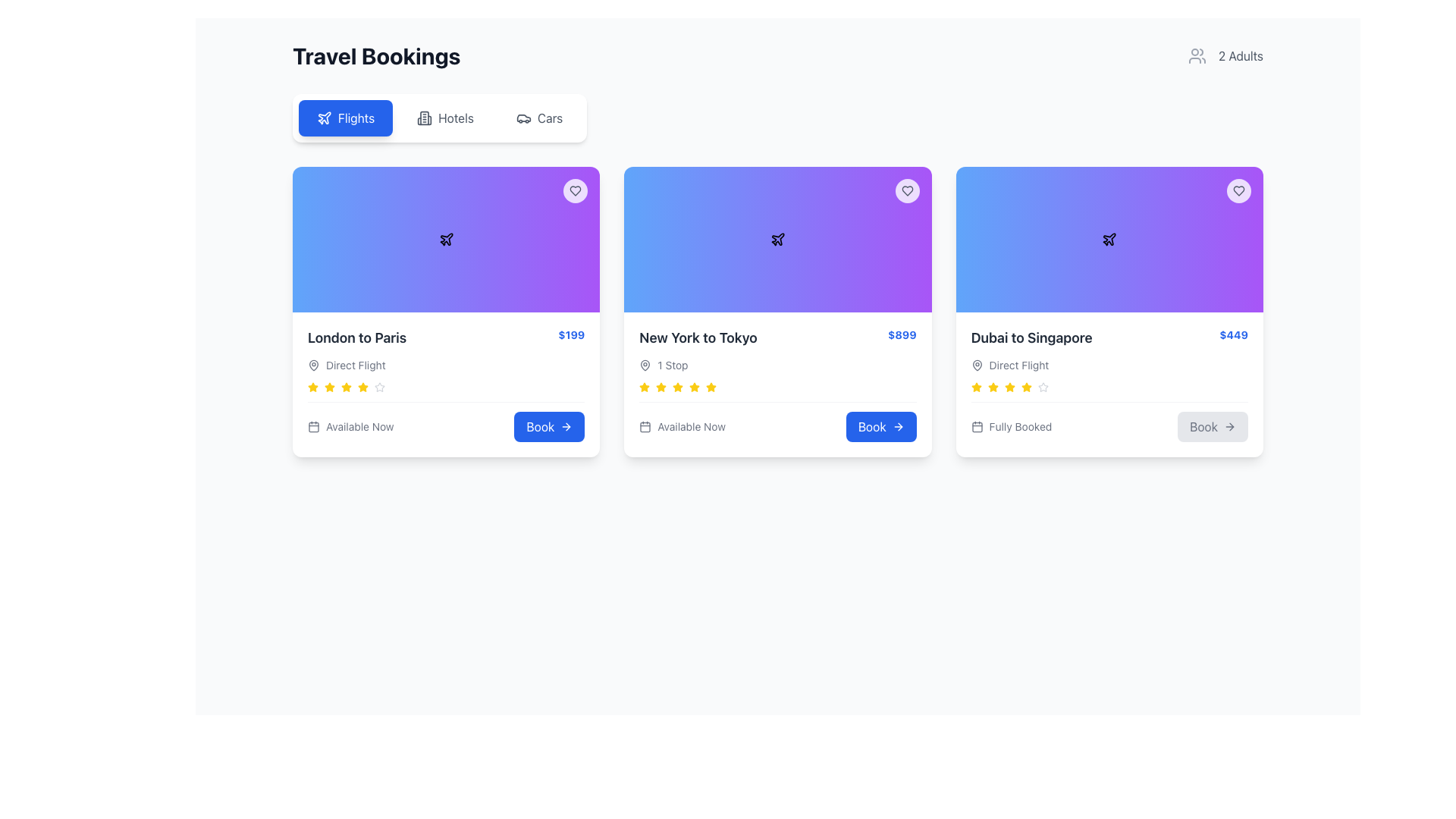 This screenshot has width=1456, height=819. What do you see at coordinates (523, 117) in the screenshot?
I see `the 'Cars' category icon located on the left side of the group, which is positioned to the left of the circular shapes representing wheels` at bounding box center [523, 117].